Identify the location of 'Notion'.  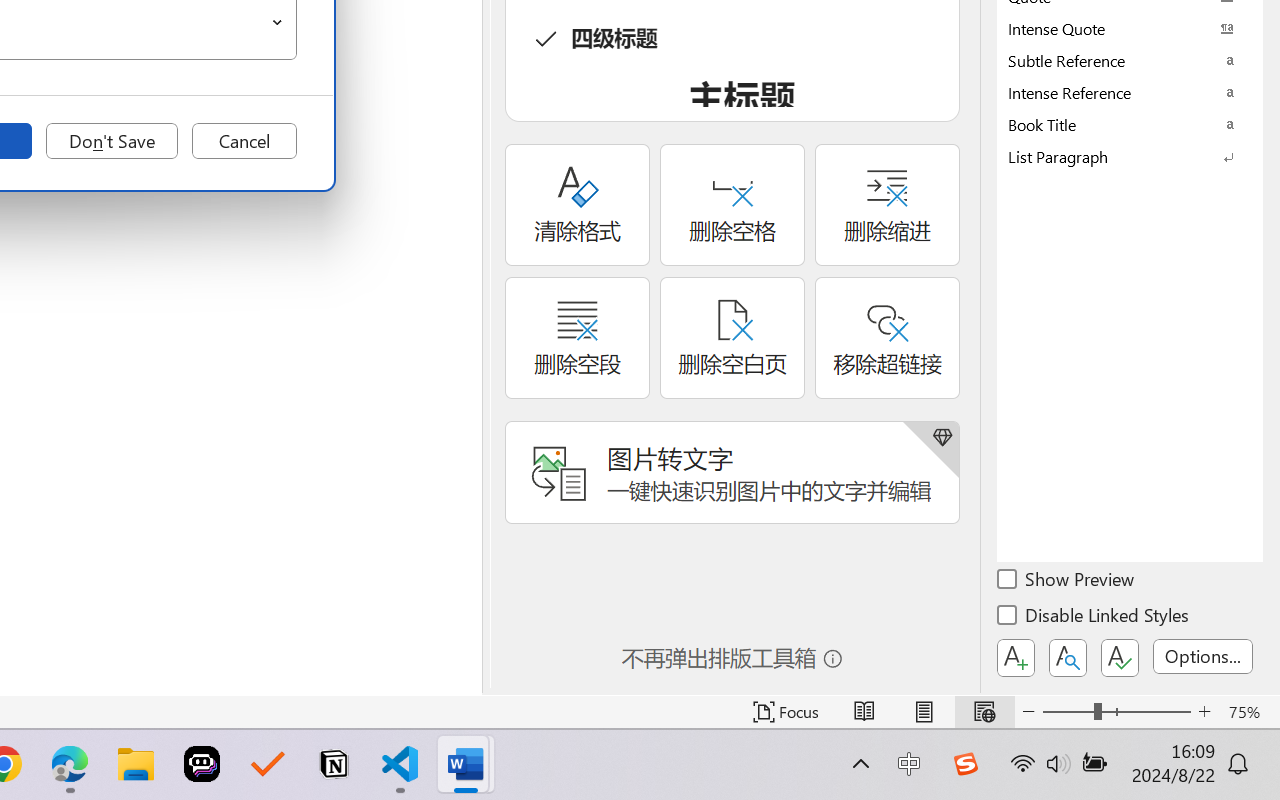
(334, 764).